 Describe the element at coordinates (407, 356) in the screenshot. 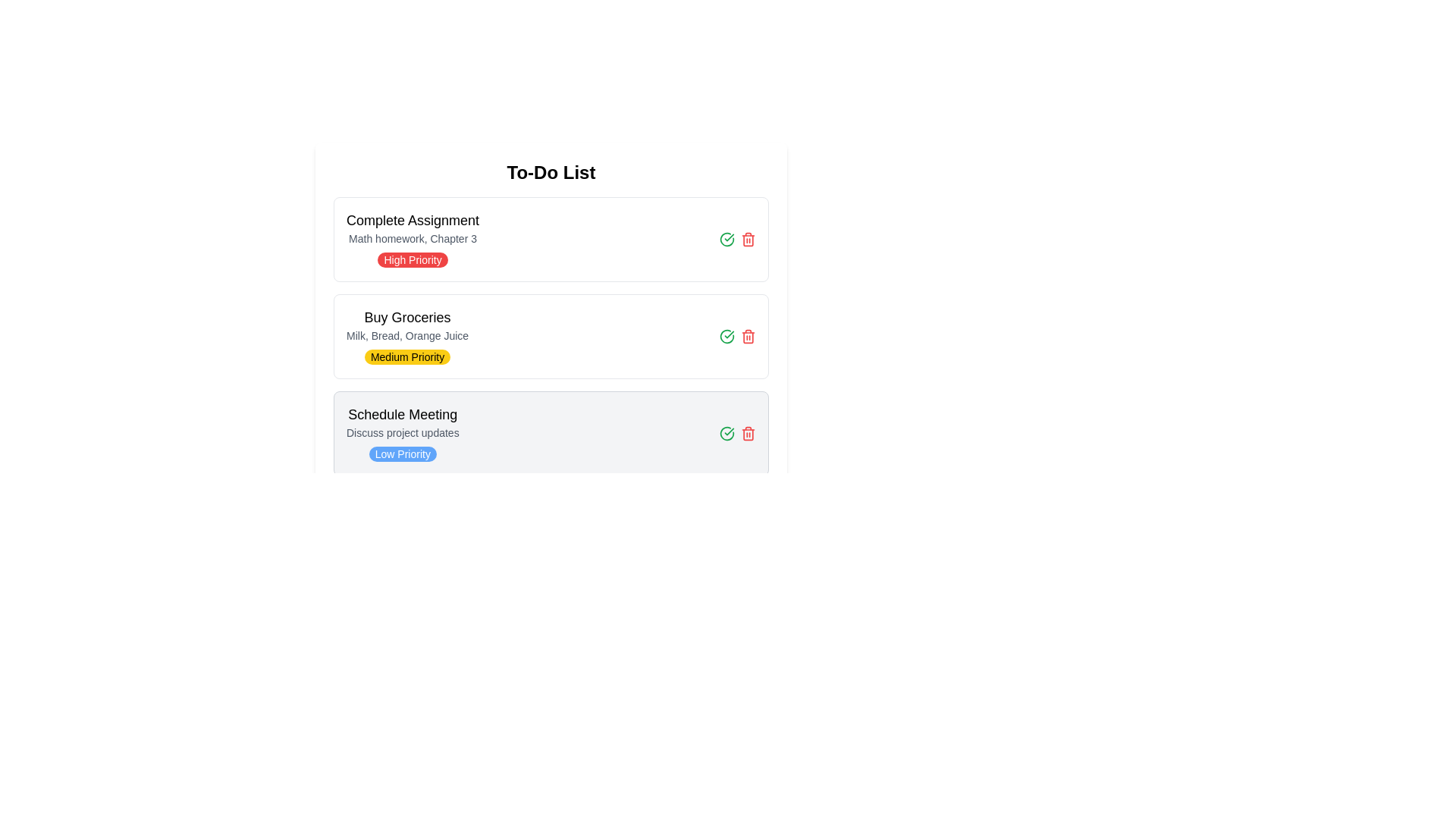

I see `the label with a yellow background that displays 'Medium Priority', located in the 'Buy Groceries' section of the to-do list interface` at that location.